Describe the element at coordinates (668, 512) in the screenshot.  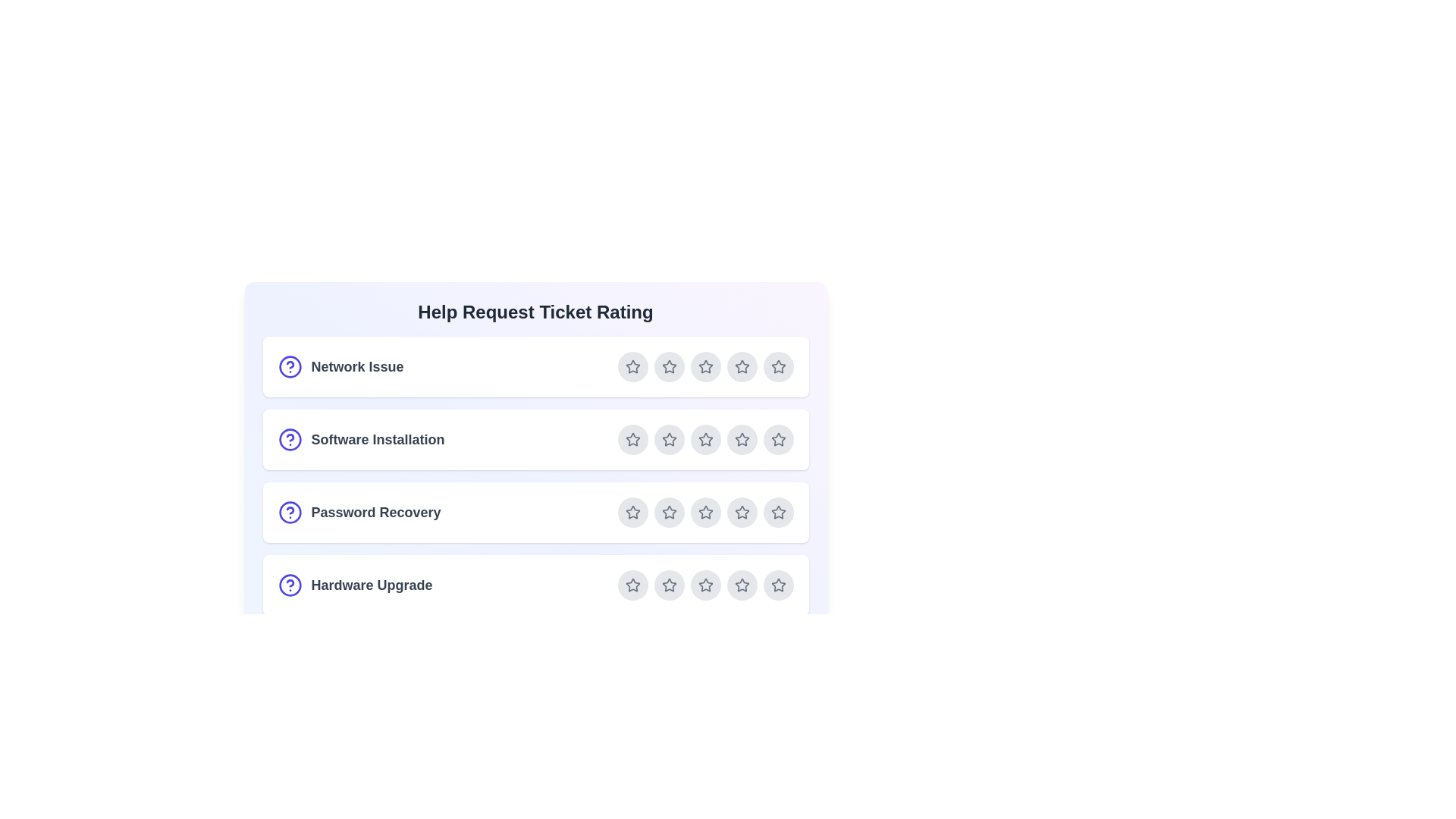
I see `the star corresponding to 2 for the ticket Password Recovery` at that location.